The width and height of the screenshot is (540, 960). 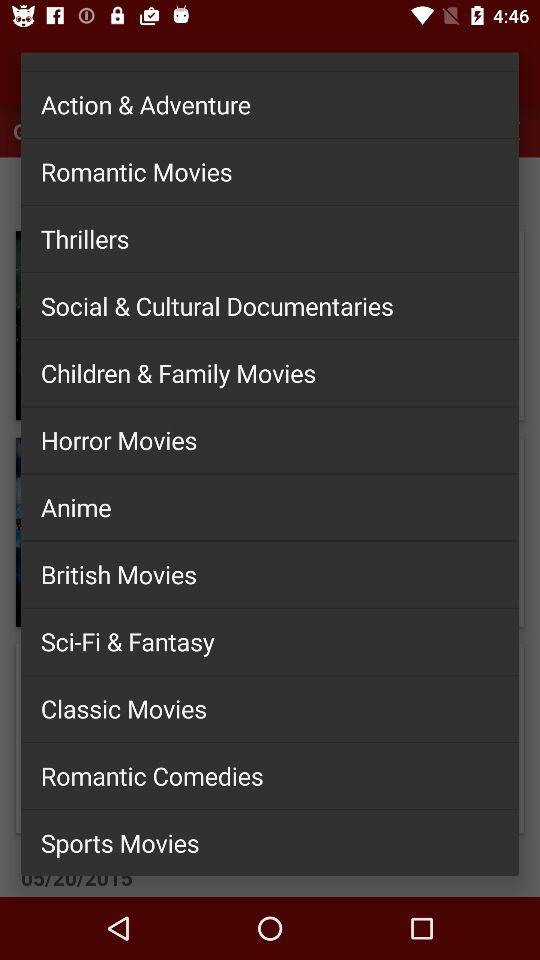 I want to click on romantic comedies icon, so click(x=270, y=774).